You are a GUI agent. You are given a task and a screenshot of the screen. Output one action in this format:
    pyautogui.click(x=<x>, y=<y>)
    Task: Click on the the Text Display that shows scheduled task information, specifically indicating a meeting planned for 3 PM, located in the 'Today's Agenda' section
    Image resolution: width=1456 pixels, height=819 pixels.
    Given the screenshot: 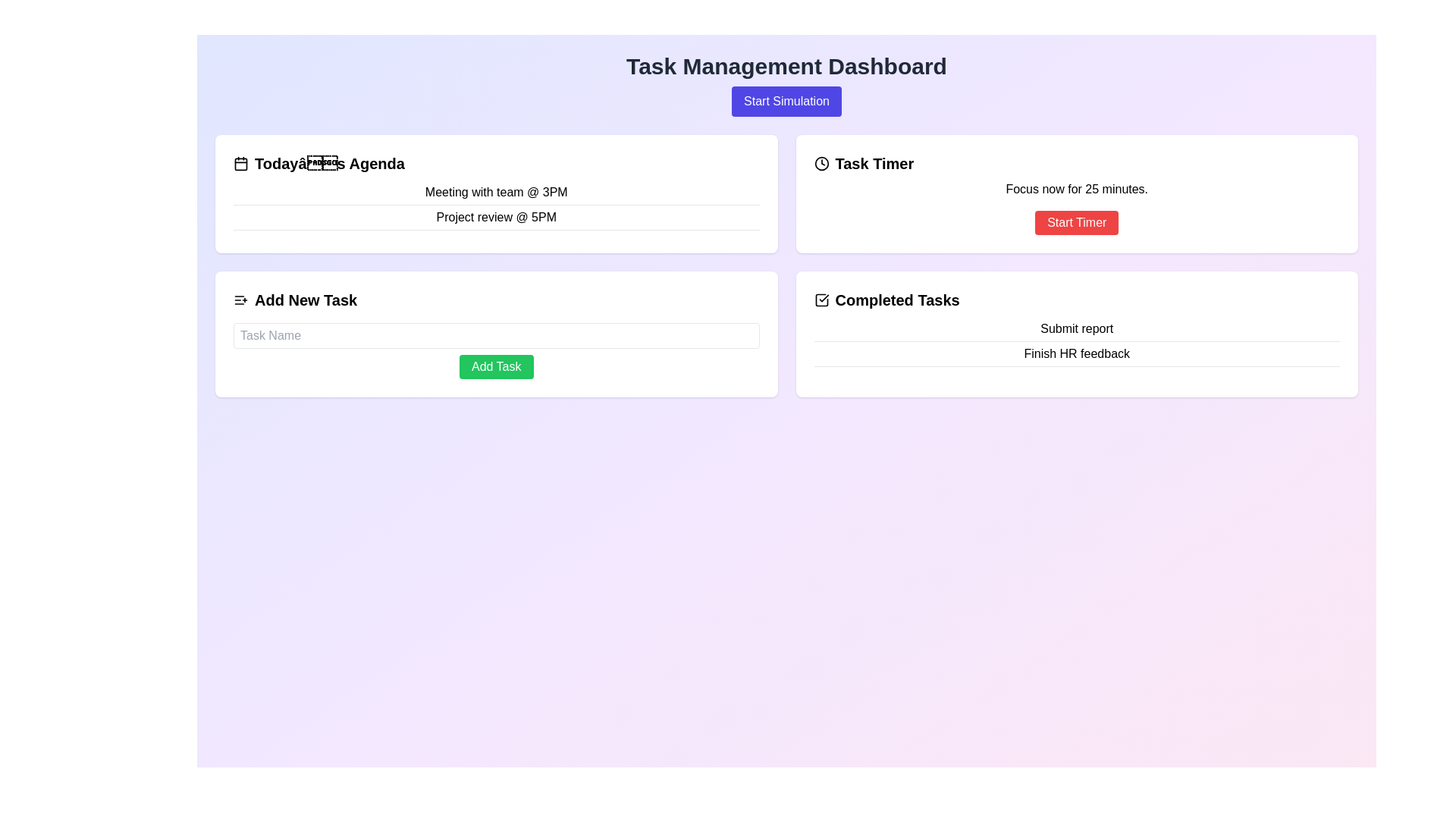 What is the action you would take?
    pyautogui.click(x=496, y=192)
    